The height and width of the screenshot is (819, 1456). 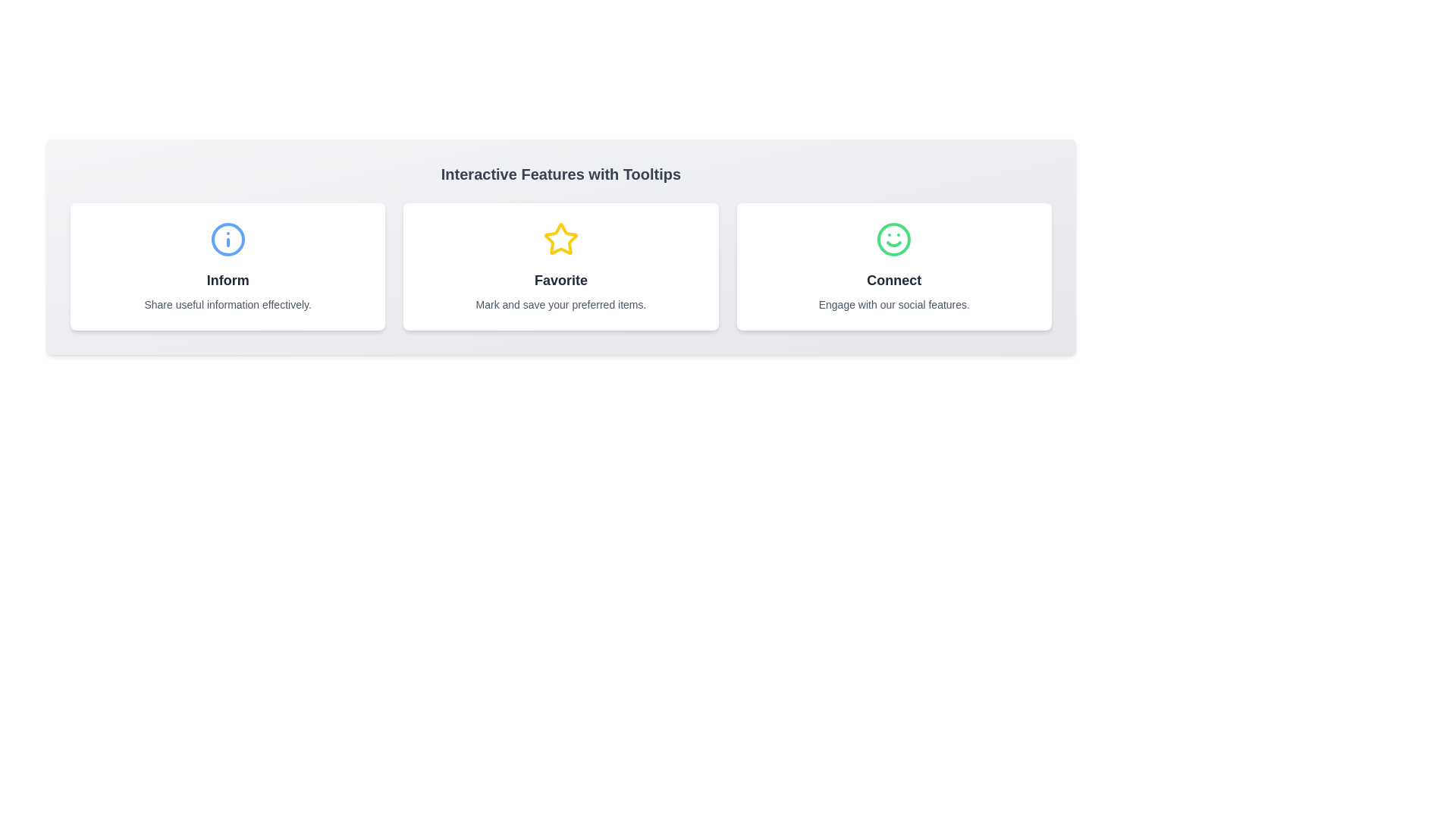 I want to click on the information icon displayed at the top-center of the 'Inform' card, which visually indicates that the card contains informative content, so click(x=227, y=239).